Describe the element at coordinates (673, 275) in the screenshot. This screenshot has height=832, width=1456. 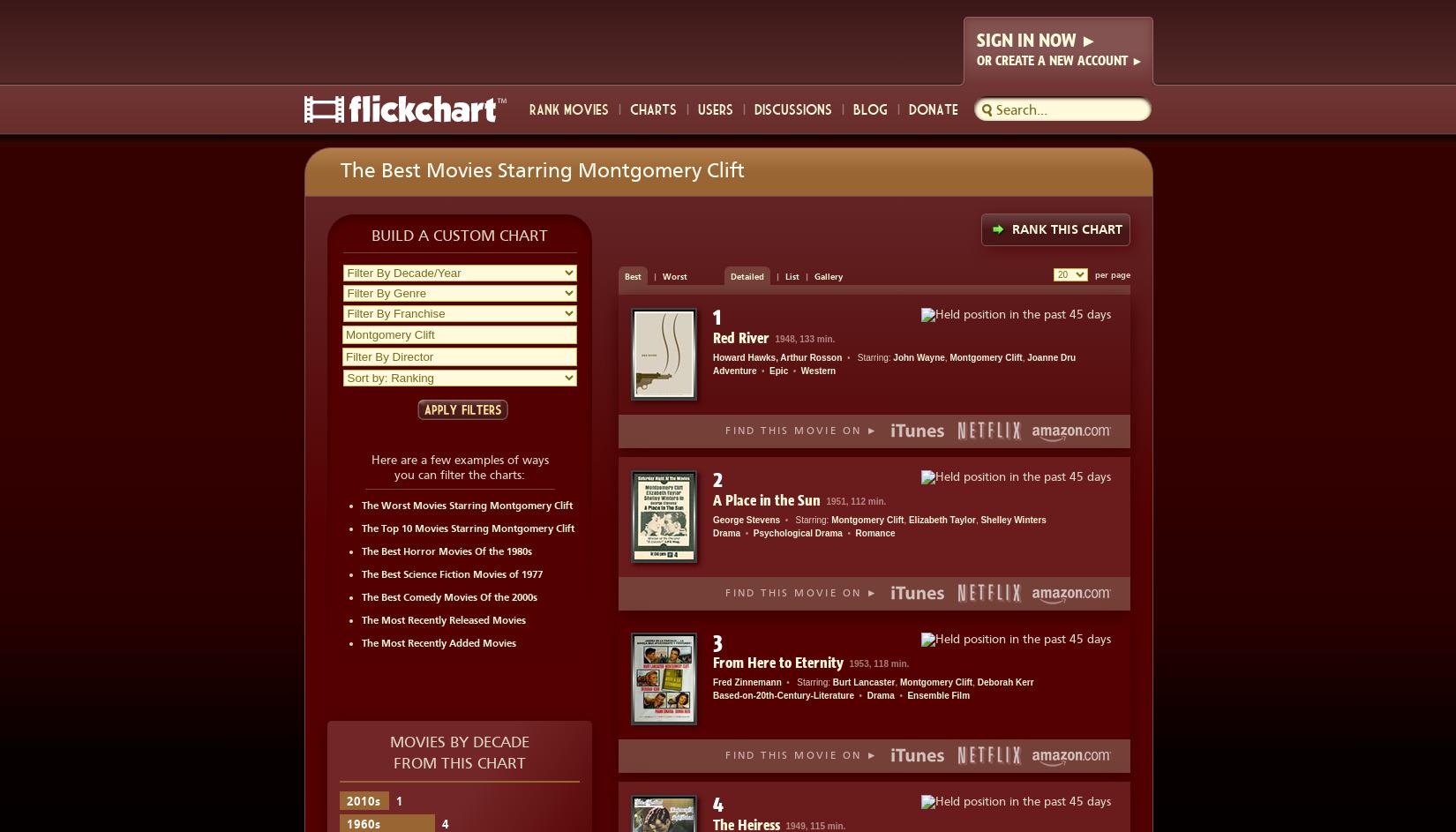
I see `'Worst'` at that location.